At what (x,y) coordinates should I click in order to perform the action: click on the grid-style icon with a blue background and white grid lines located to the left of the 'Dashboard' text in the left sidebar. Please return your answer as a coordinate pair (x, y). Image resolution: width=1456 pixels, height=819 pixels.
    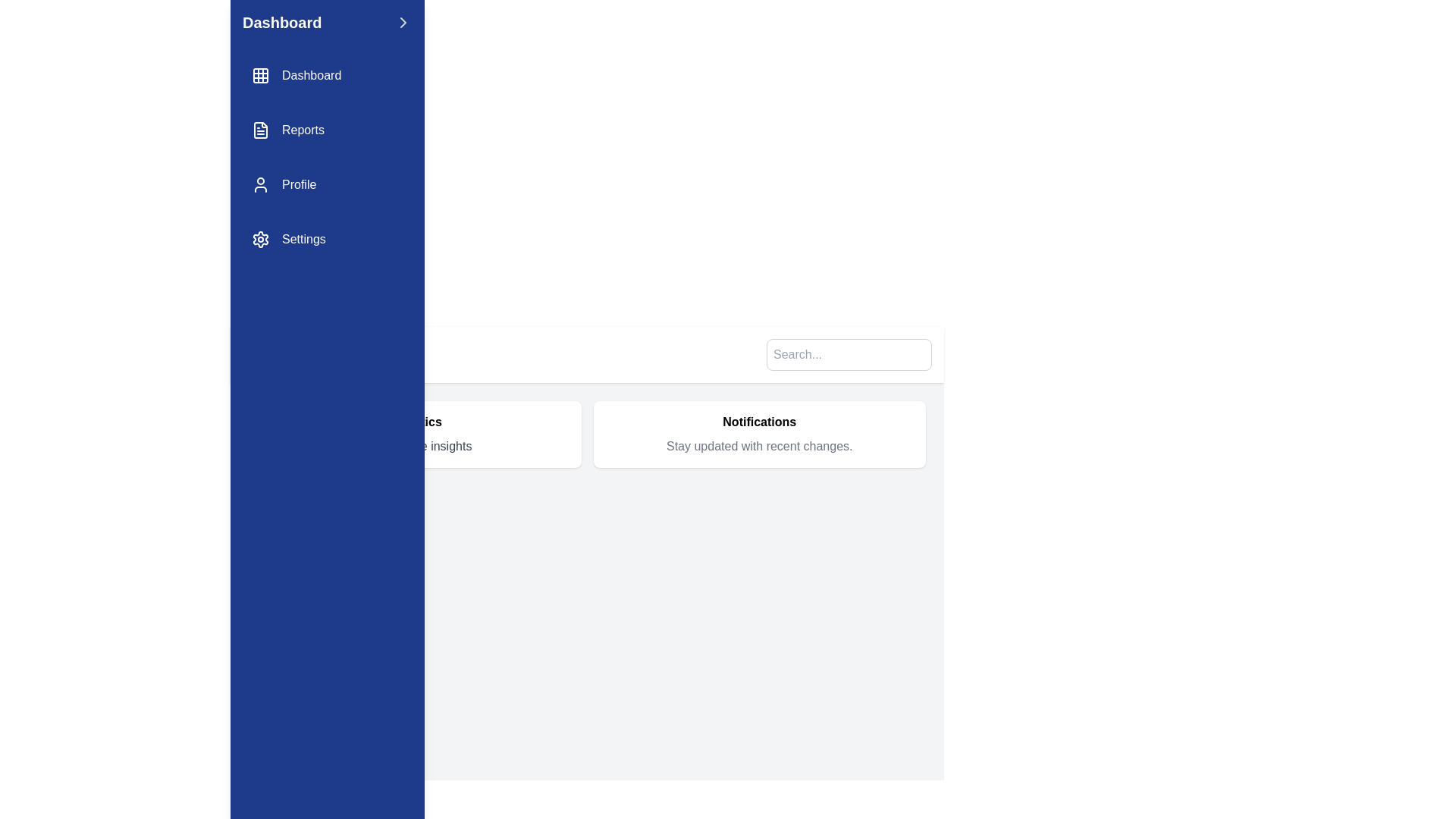
    Looking at the image, I should click on (261, 76).